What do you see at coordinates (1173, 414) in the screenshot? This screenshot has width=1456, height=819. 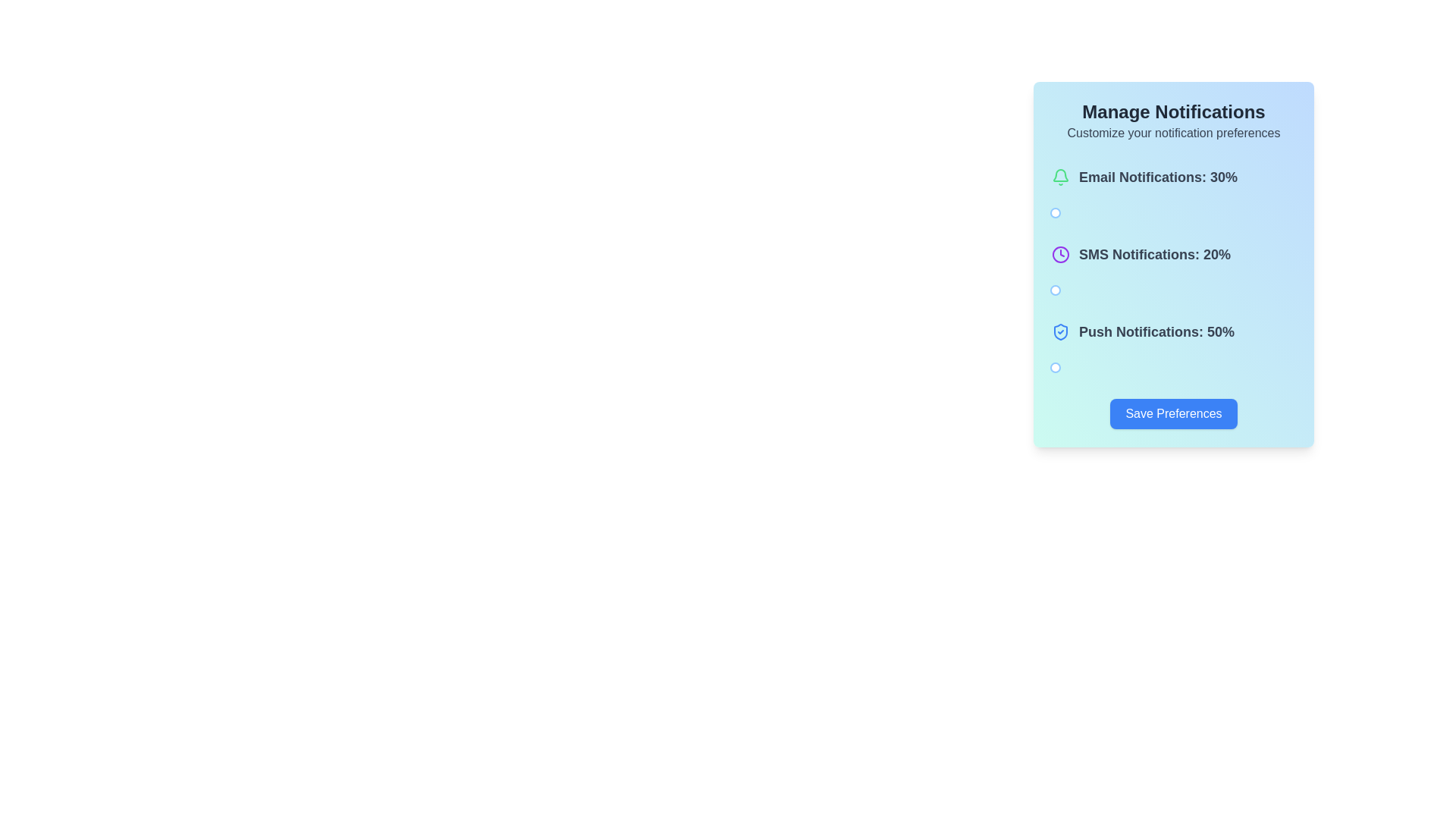 I see `the 'Save' button located at the bottom of the 'Manage Notifications' card` at bounding box center [1173, 414].